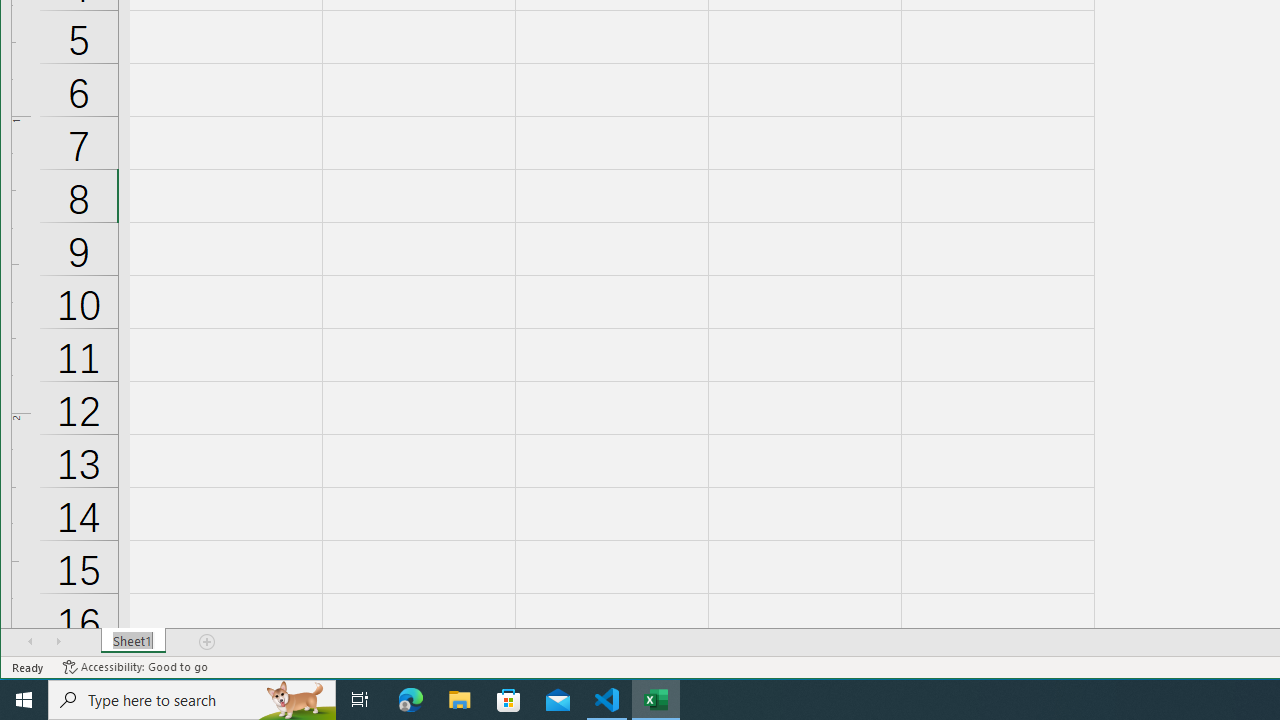 The image size is (1280, 720). I want to click on 'Start', so click(24, 698).